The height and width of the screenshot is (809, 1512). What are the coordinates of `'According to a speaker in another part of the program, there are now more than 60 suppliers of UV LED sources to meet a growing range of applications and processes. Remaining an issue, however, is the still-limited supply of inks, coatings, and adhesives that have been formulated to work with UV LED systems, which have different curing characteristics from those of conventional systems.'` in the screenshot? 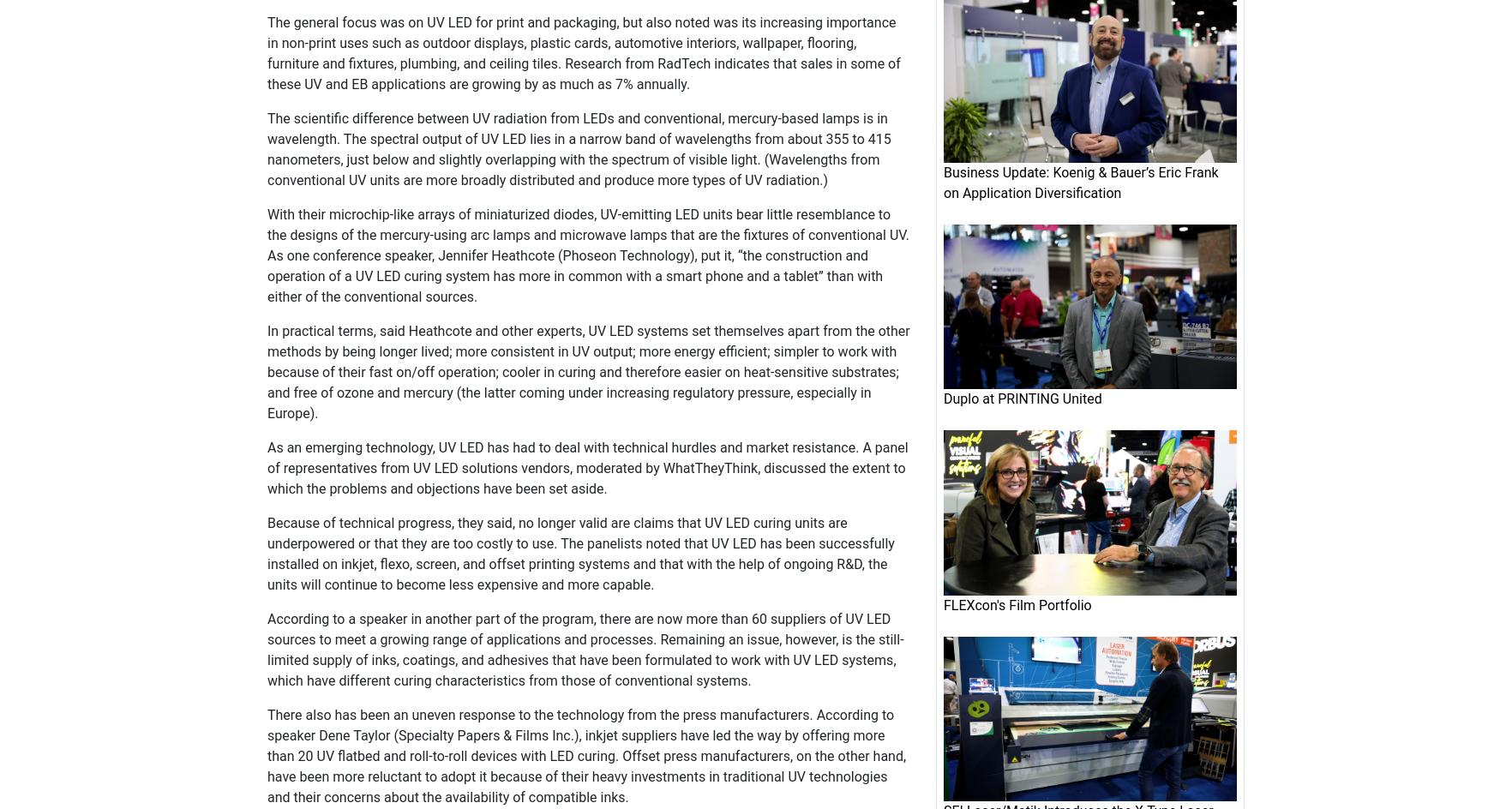 It's located at (585, 650).